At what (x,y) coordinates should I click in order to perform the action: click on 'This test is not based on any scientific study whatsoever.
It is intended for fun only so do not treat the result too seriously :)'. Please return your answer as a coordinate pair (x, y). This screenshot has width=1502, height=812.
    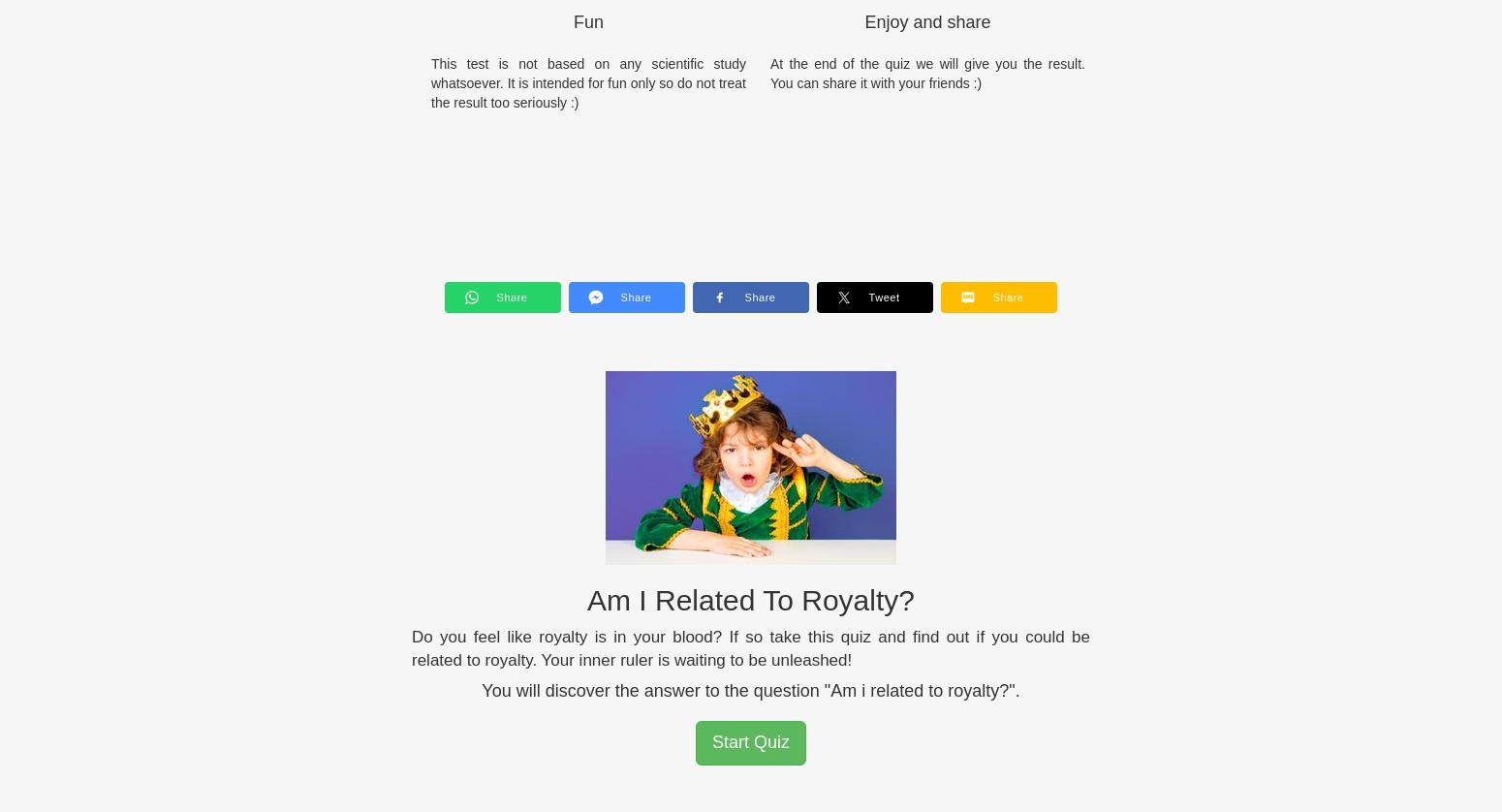
    Looking at the image, I should click on (588, 81).